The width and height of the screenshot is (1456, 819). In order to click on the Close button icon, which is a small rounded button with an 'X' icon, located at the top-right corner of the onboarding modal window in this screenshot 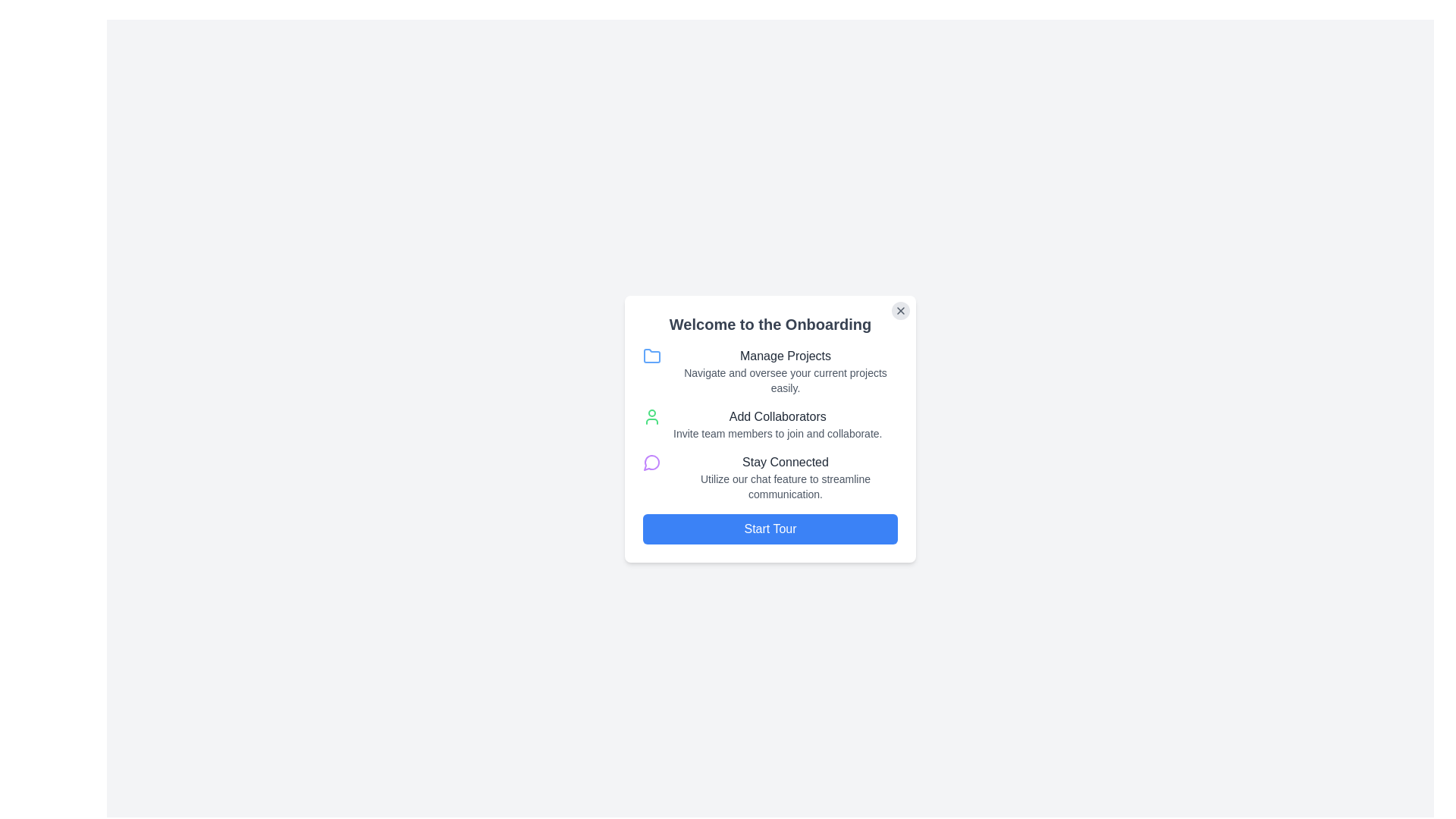, I will do `click(901, 309)`.